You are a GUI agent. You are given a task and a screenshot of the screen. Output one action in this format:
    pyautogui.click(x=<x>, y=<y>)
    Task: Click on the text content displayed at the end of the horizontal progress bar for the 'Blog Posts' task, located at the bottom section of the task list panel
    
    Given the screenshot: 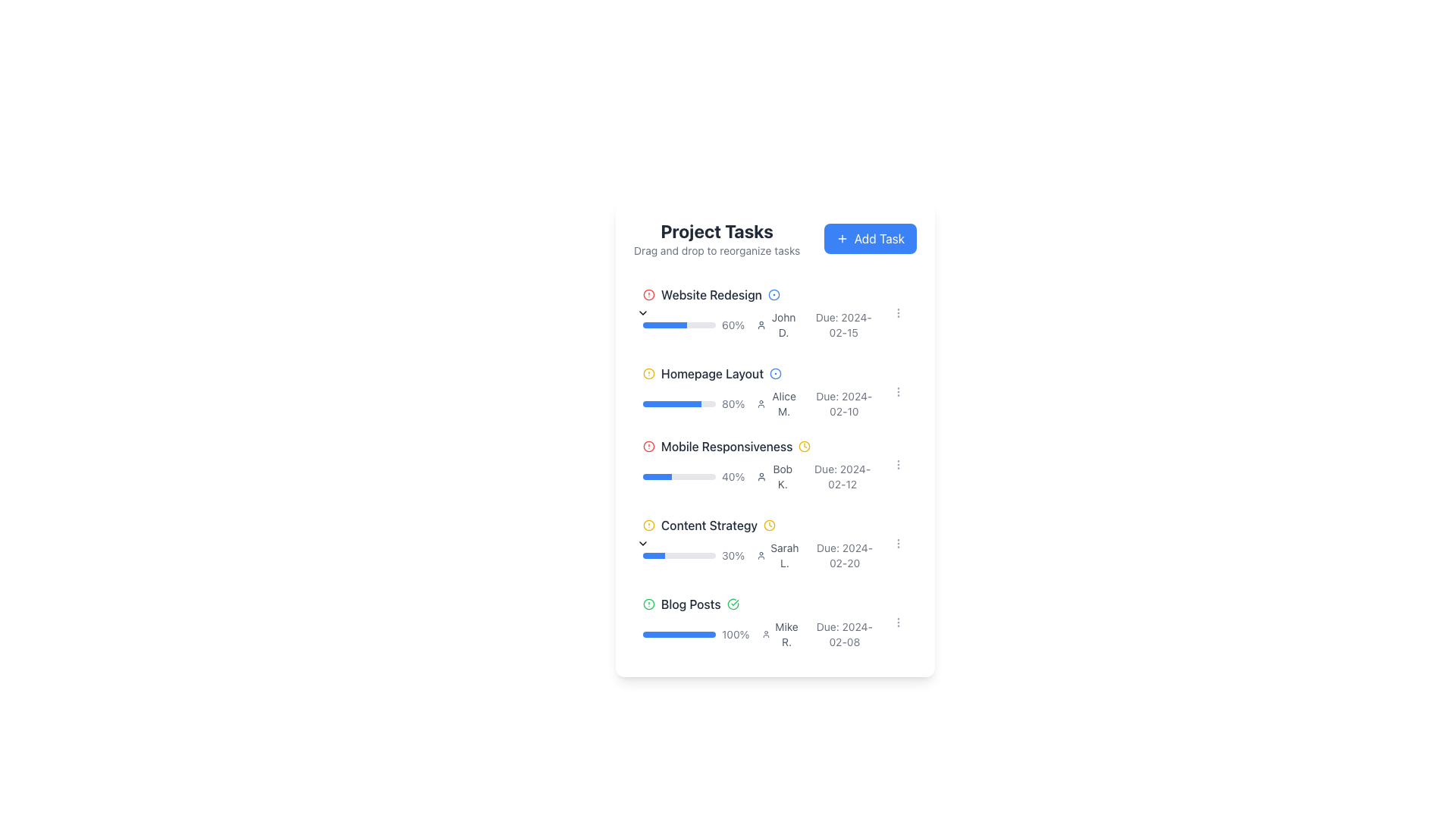 What is the action you would take?
    pyautogui.click(x=736, y=635)
    